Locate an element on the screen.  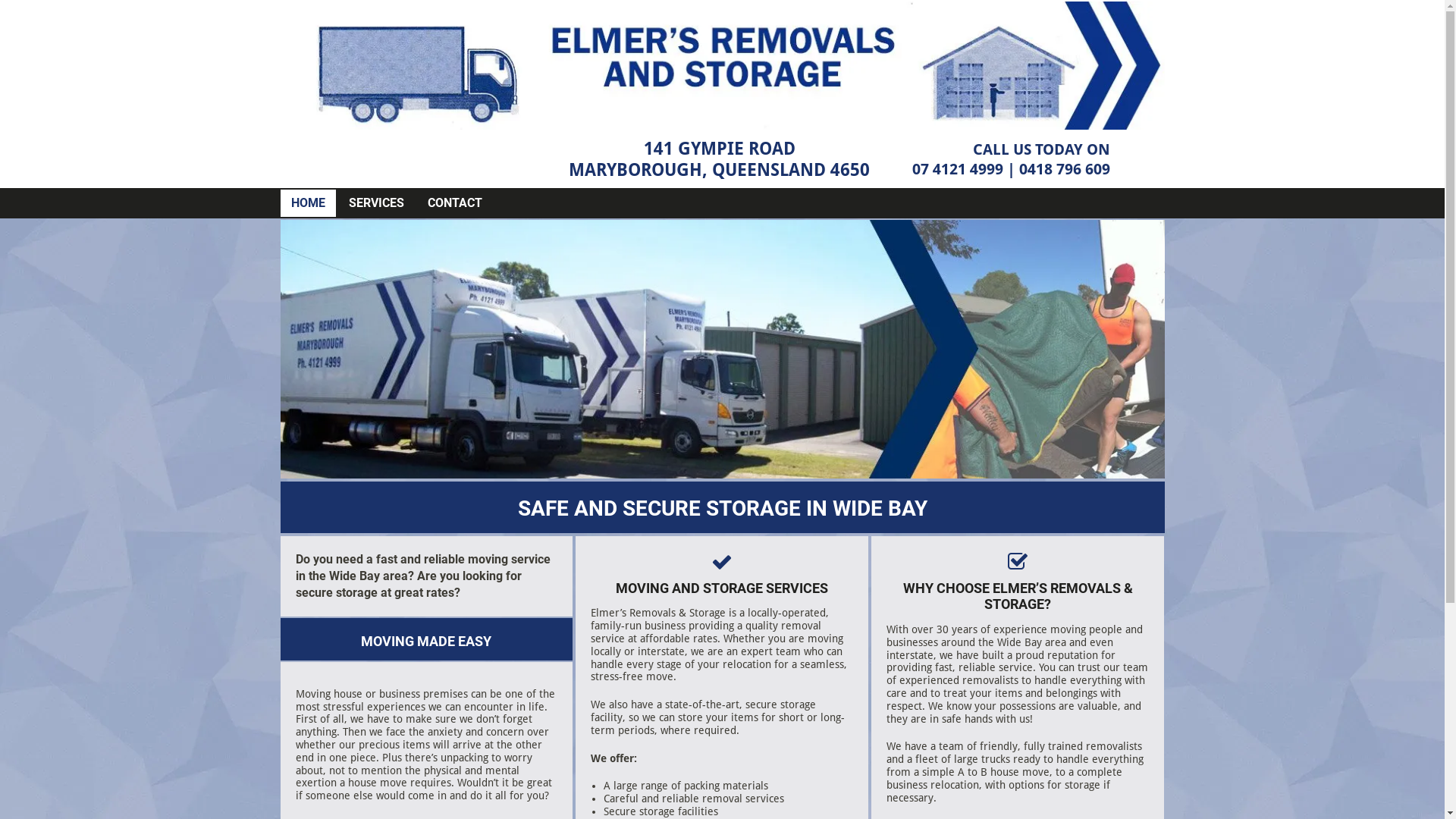
'SERVICES' is located at coordinates (348, 202).